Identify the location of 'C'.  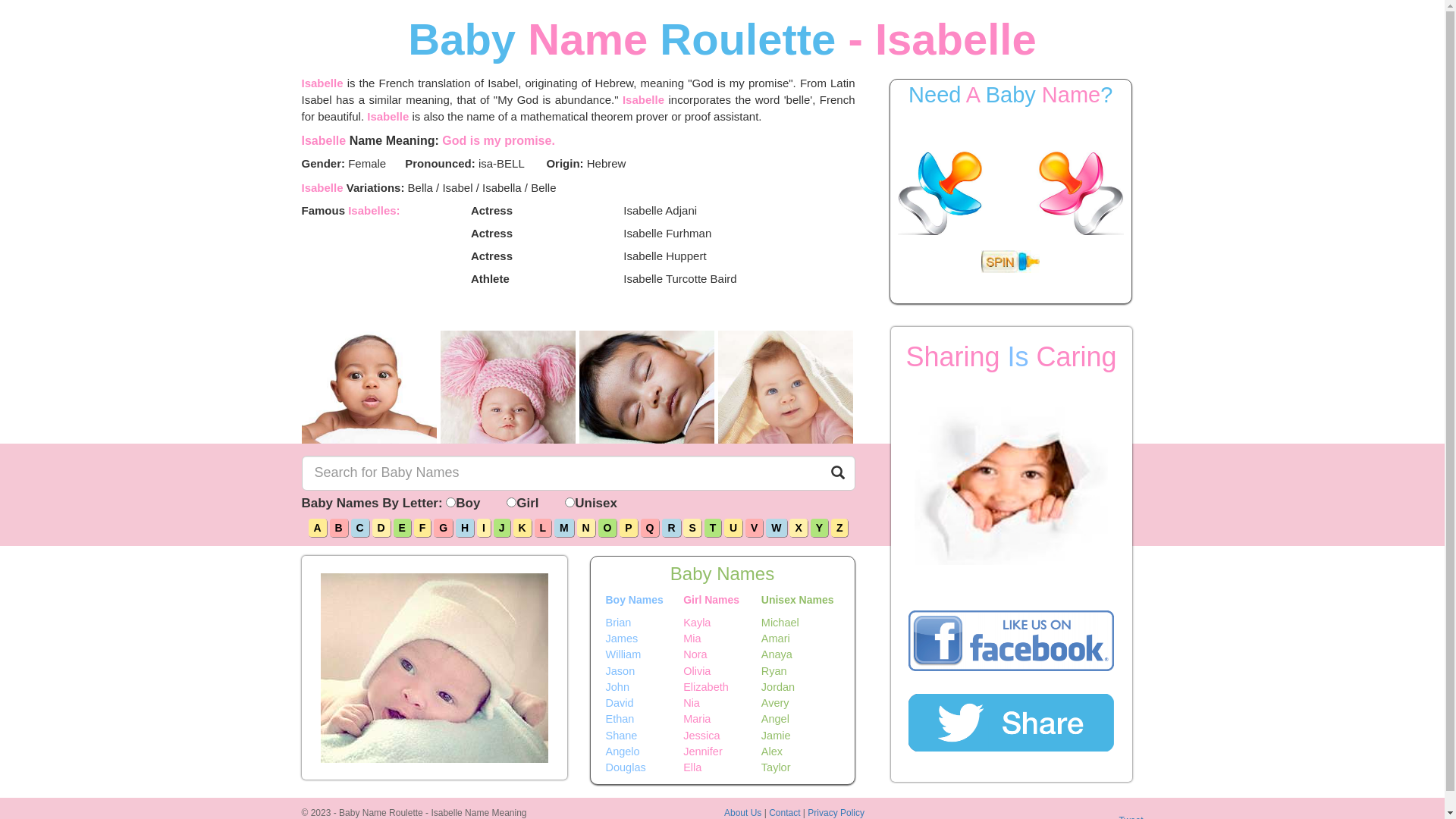
(359, 526).